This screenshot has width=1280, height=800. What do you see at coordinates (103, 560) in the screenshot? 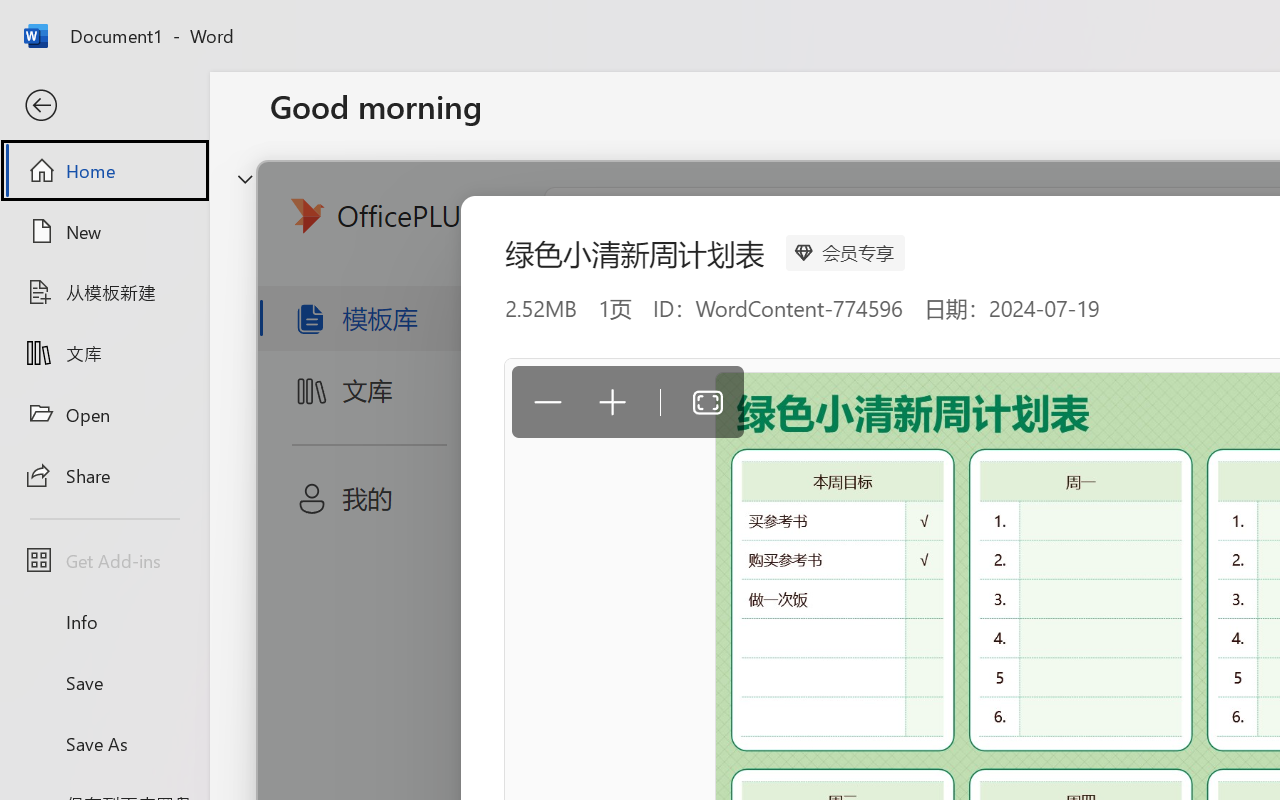
I see `'Get Add-ins'` at bounding box center [103, 560].